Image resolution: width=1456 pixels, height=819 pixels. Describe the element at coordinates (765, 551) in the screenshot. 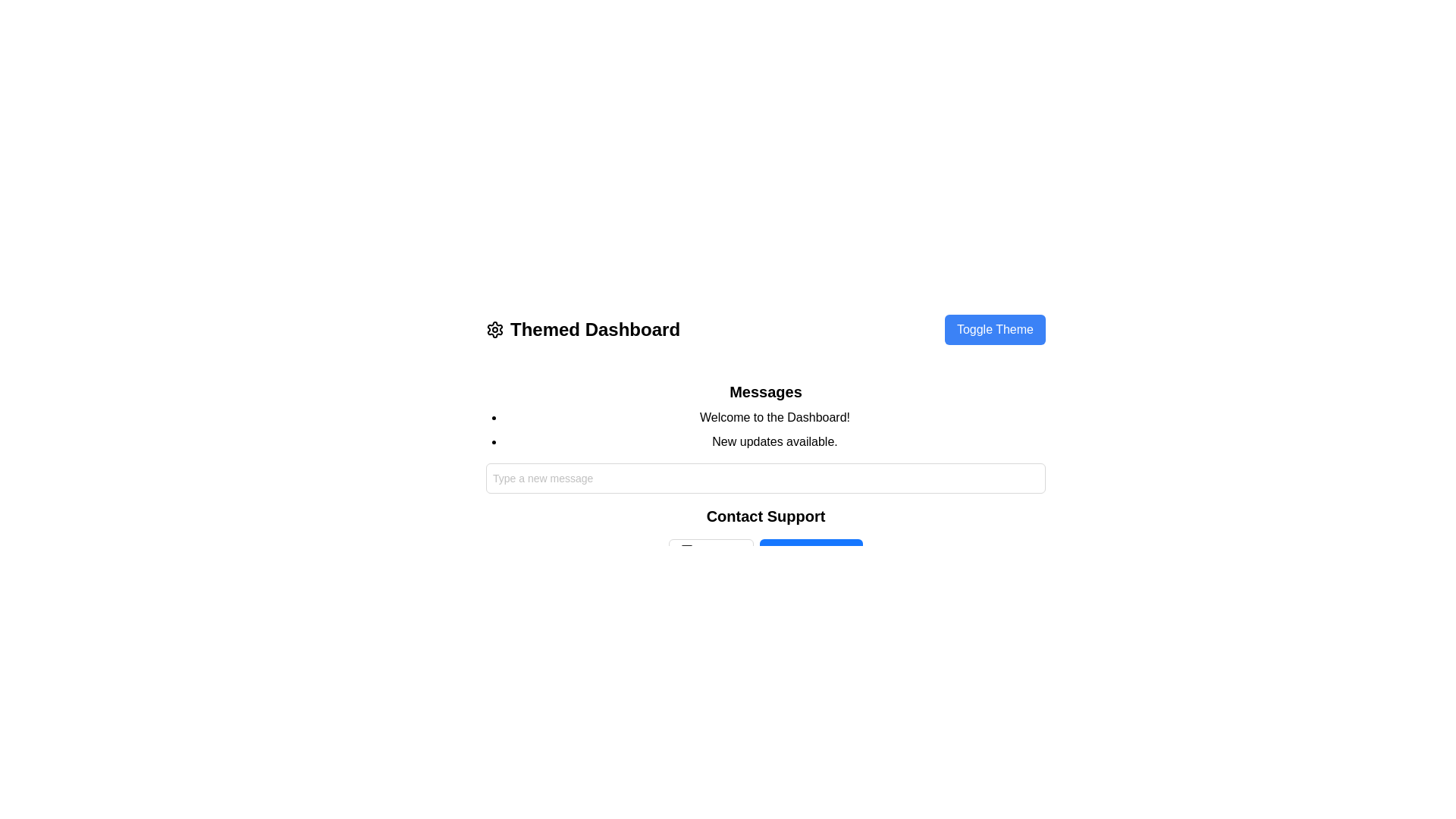

I see `the links in the 'Contact Support' section, specifically the second link under the heading, which is part of the Horizontal Layout with links and icons` at that location.